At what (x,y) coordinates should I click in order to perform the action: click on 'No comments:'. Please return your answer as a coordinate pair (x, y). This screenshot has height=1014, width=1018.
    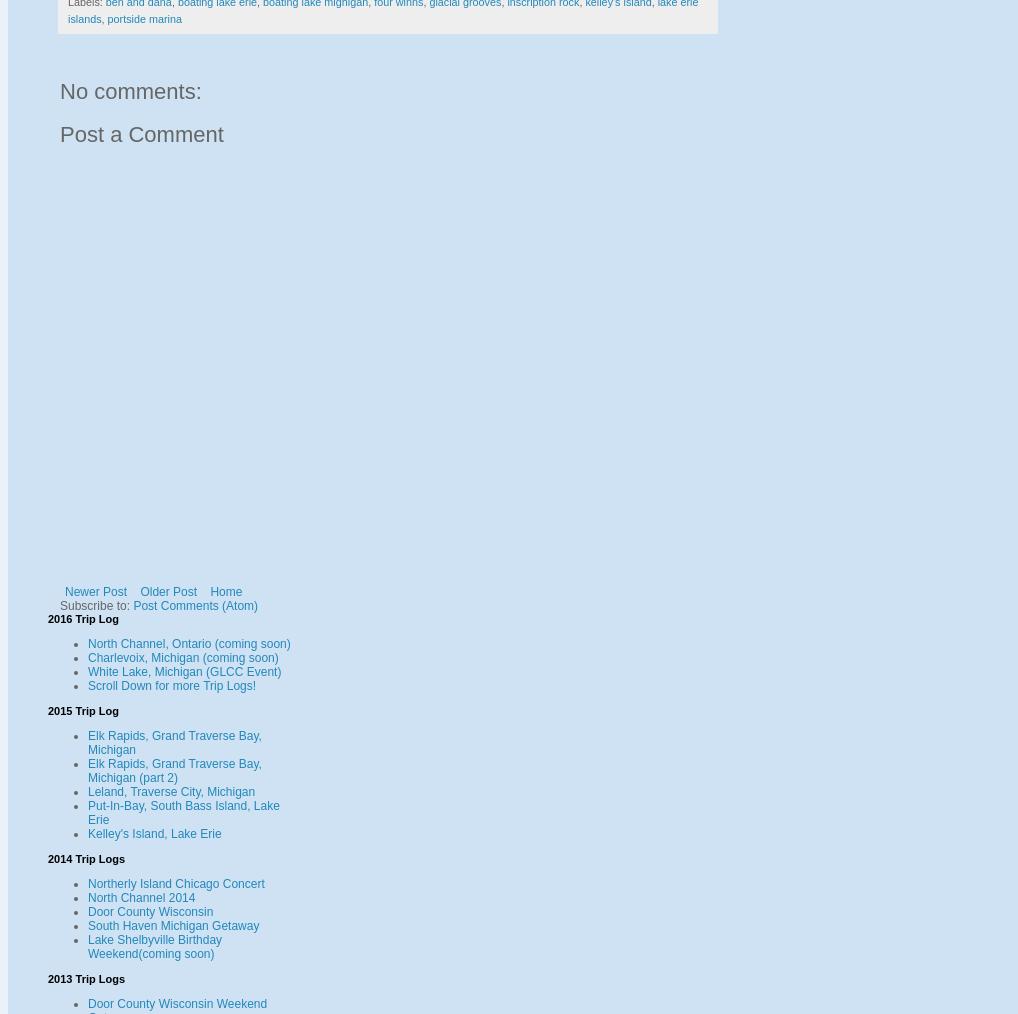
    Looking at the image, I should click on (129, 91).